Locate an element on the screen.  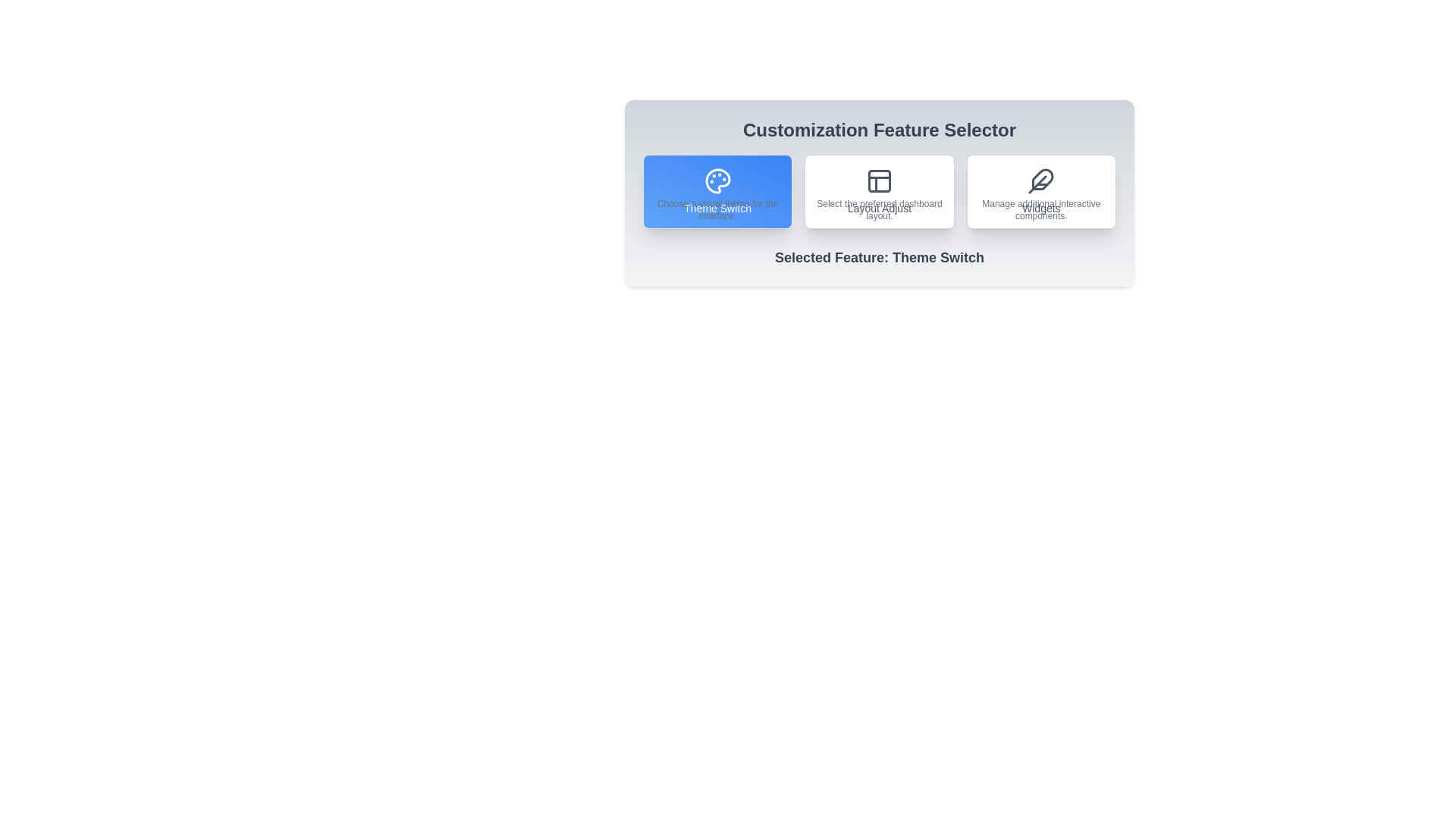
the button corresponding to the feature Layout Adjust to select it is located at coordinates (880, 191).